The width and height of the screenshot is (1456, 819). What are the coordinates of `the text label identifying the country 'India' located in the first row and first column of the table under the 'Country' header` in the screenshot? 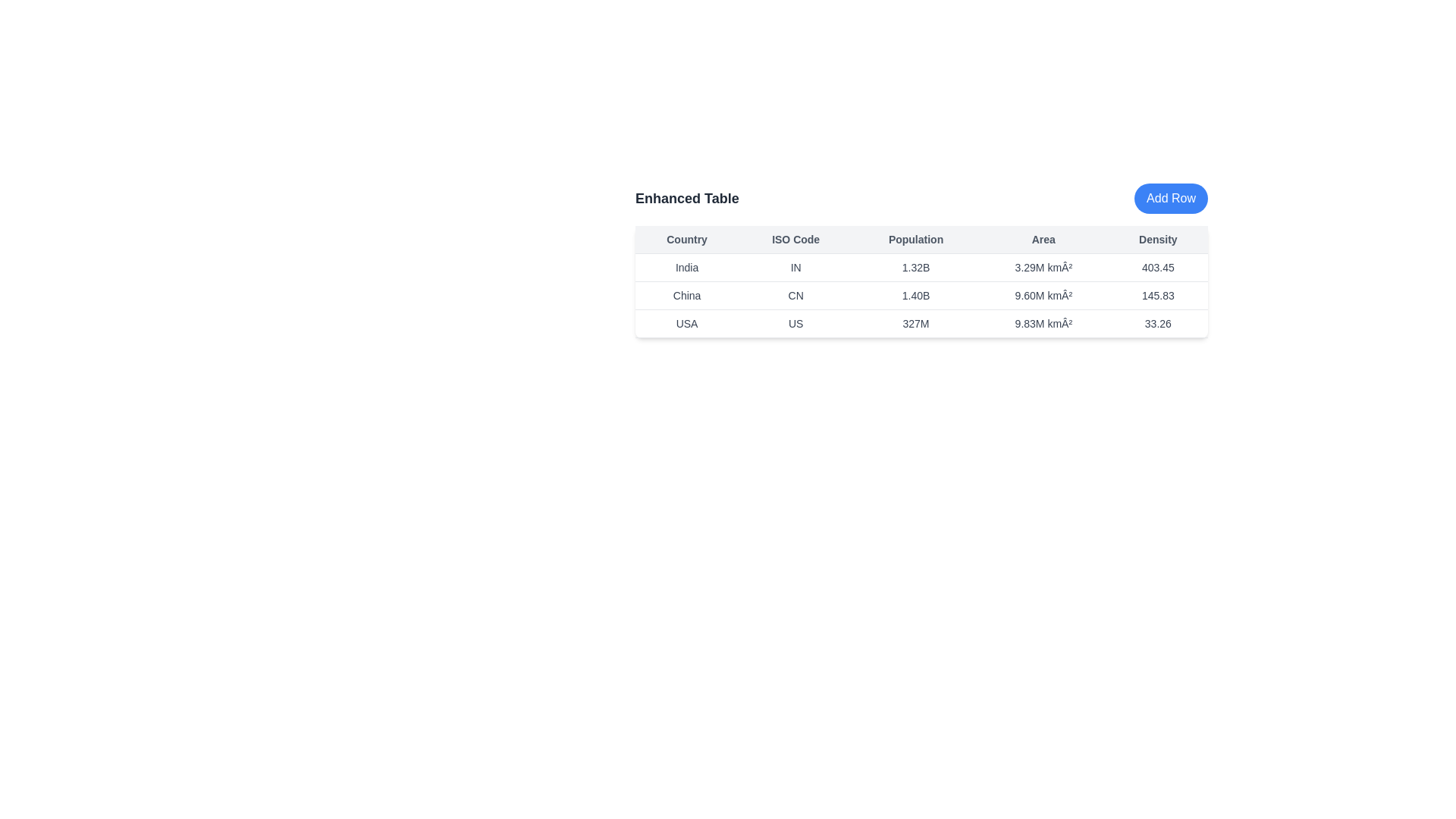 It's located at (686, 267).